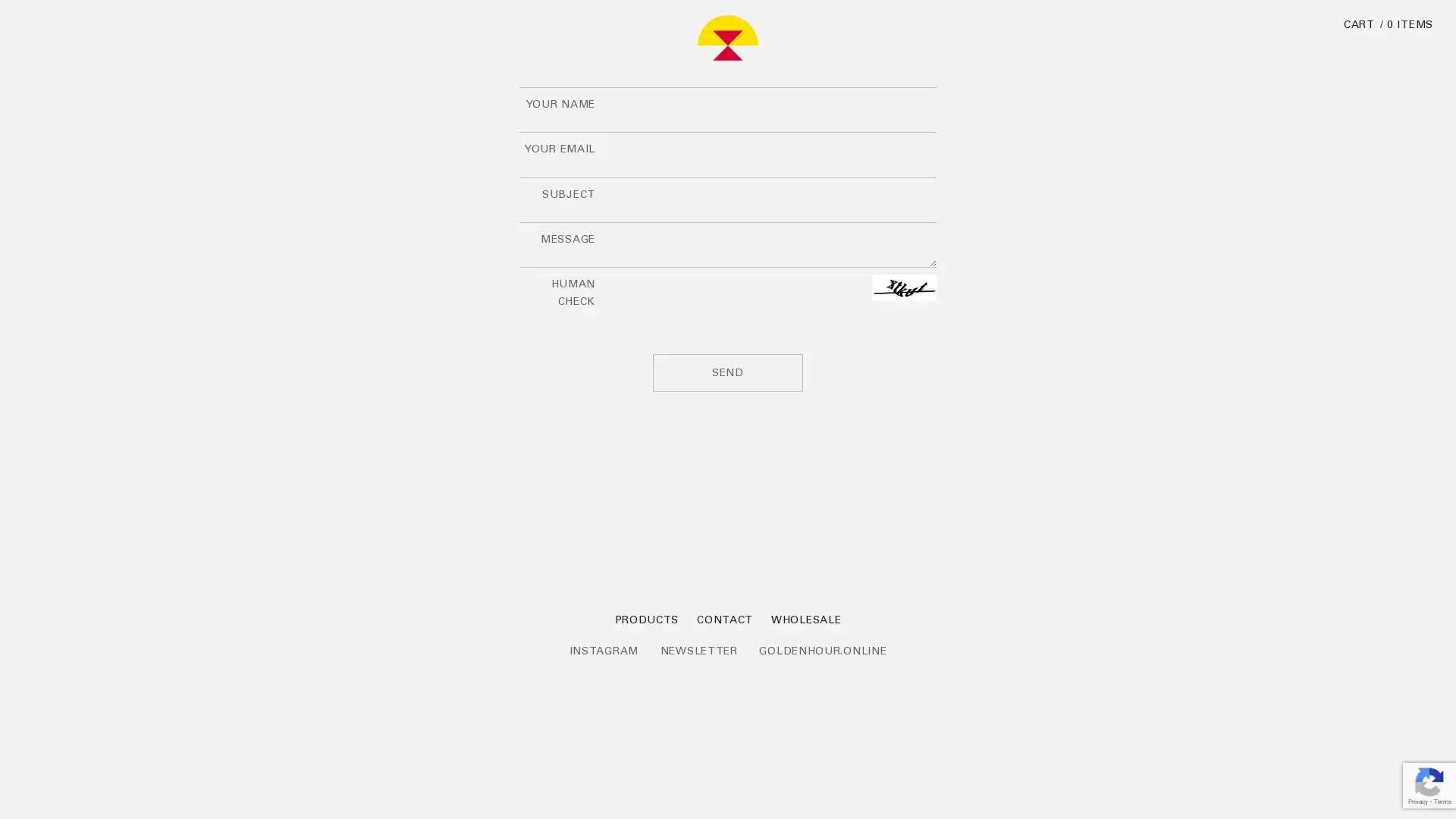  What do you see at coordinates (728, 372) in the screenshot?
I see `SEND` at bounding box center [728, 372].